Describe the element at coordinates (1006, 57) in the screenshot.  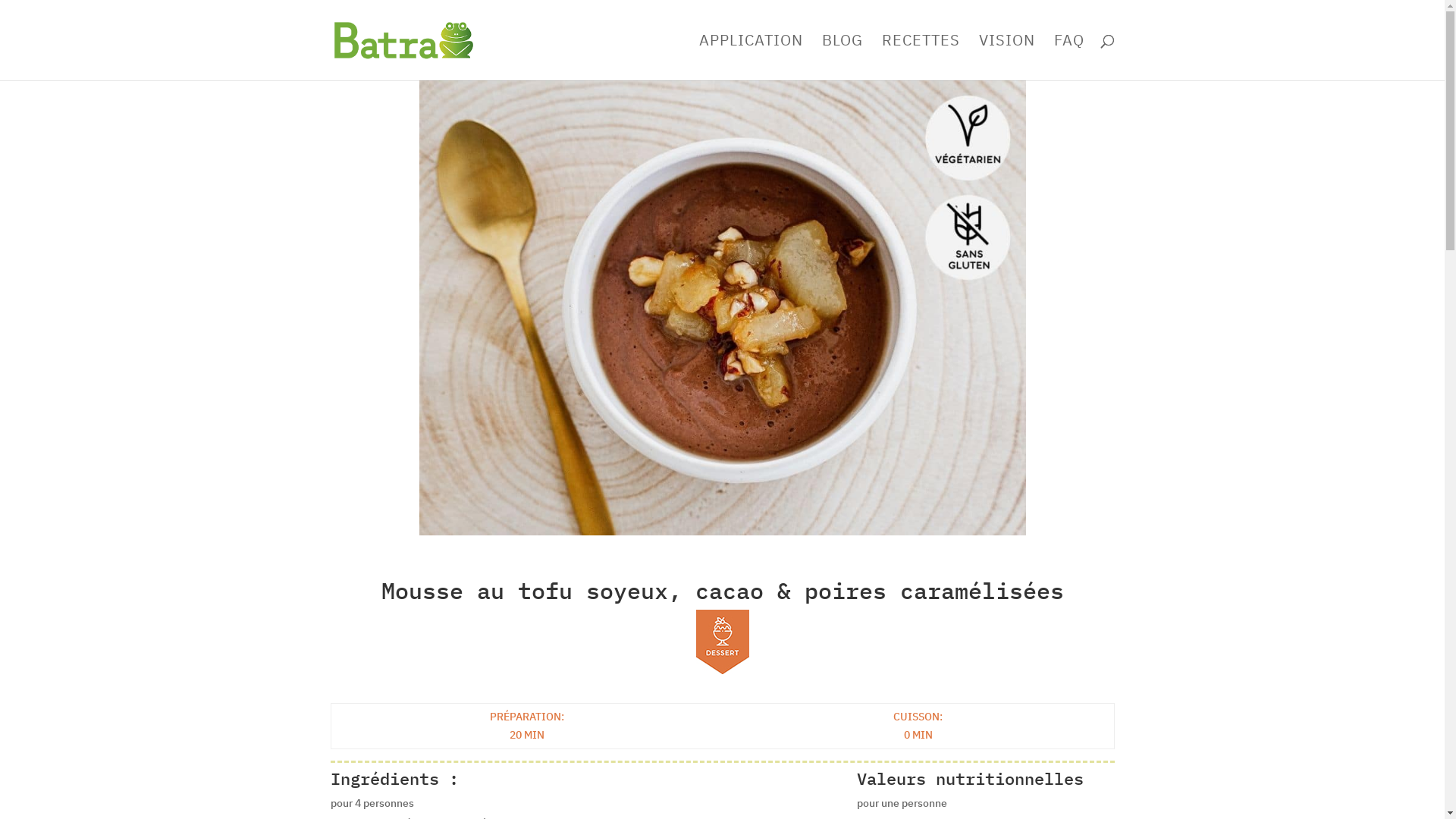
I see `'VISION'` at that location.